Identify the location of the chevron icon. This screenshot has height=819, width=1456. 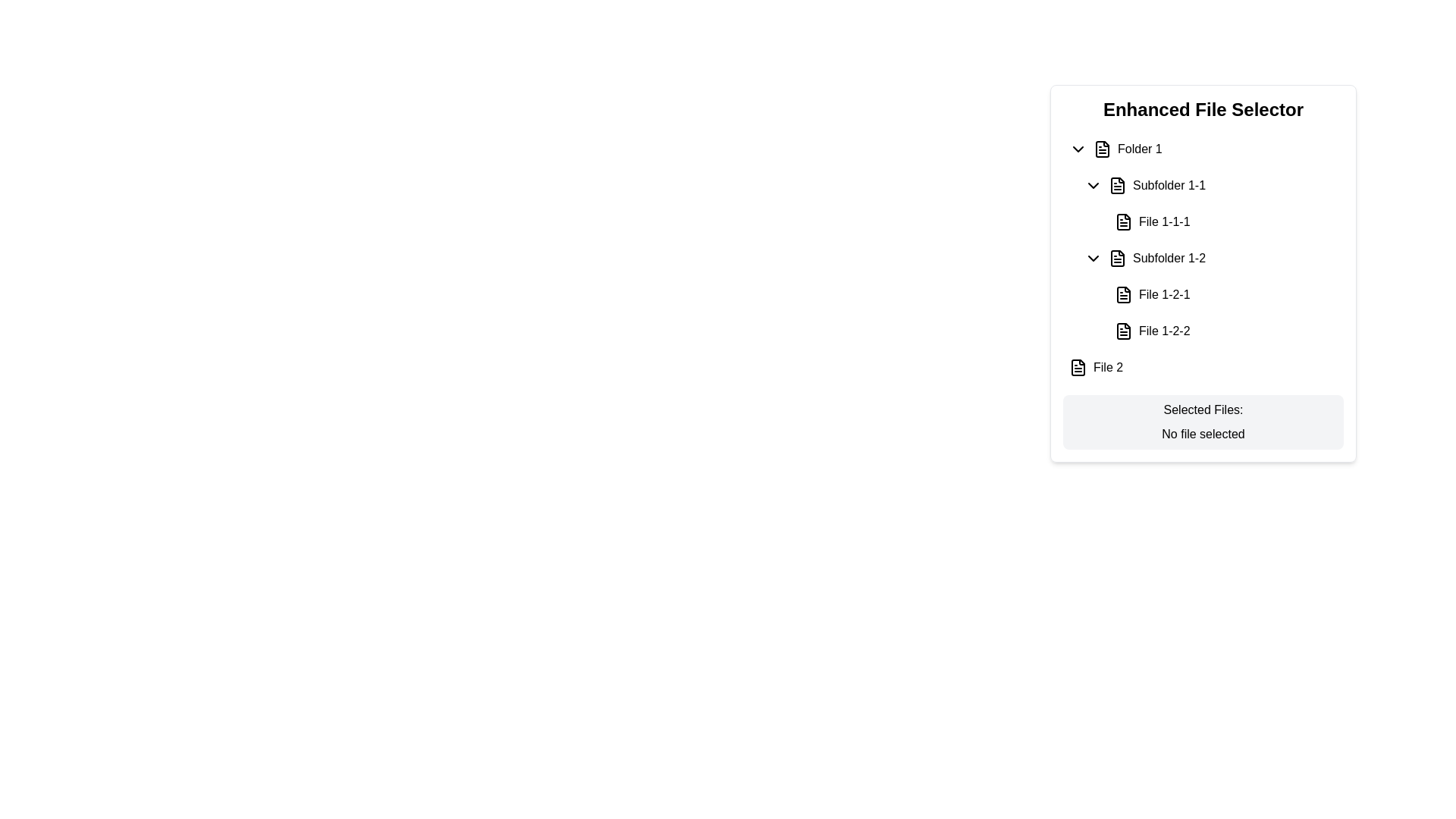
(1093, 257).